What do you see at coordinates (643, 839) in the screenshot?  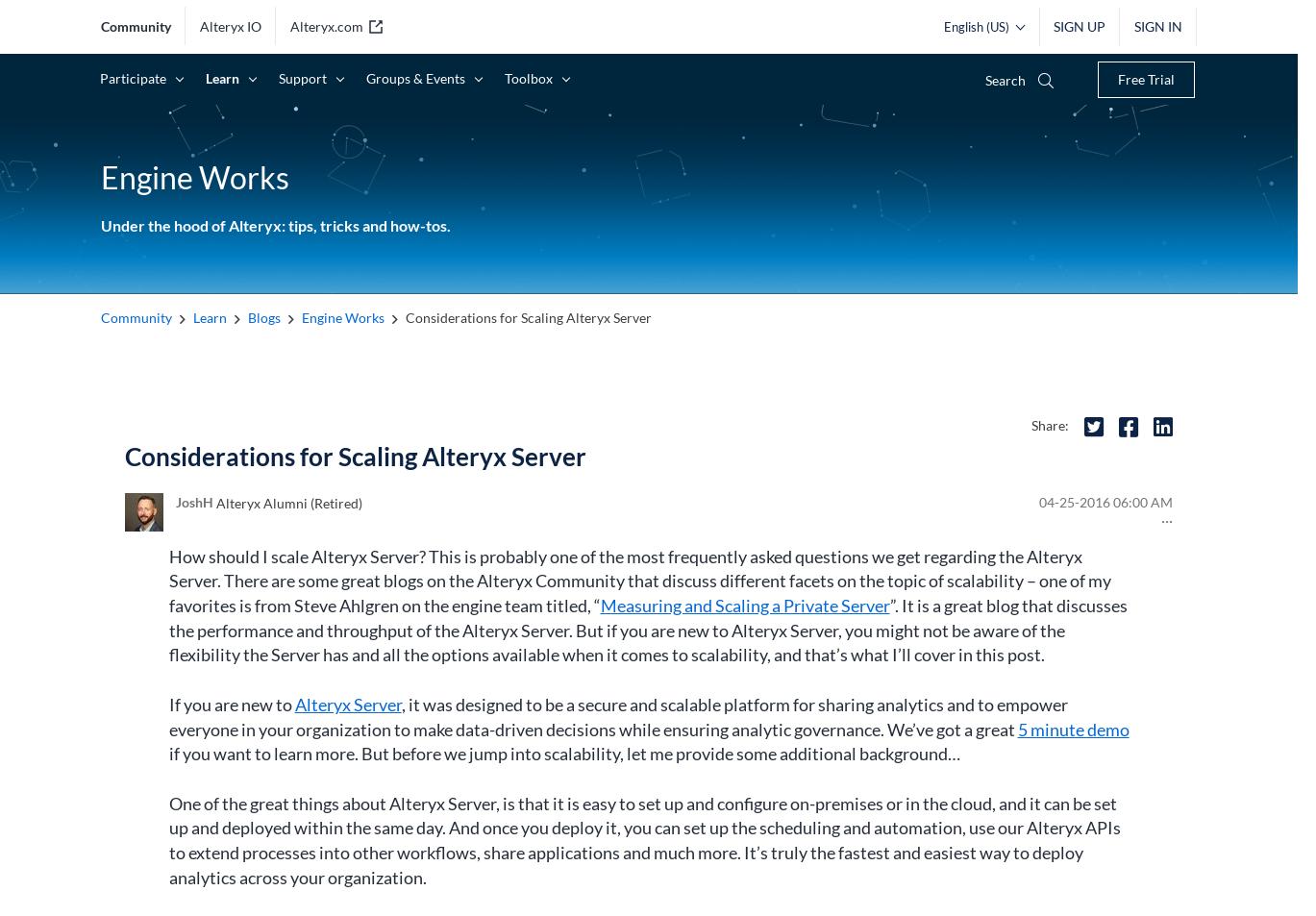 I see `'One of the great things about Alteryx Server, is that it is easy to set up and configure on-premises or in the cloud, and it can be set up and deployed within the same day. And once you deploy it, you can set up the scheduling and automation, use our Alteryx APIs to extend processes into other workflows, share applications and much more. It’s truly the fastest and easiest way to deploy analytics across your organization.'` at bounding box center [643, 839].